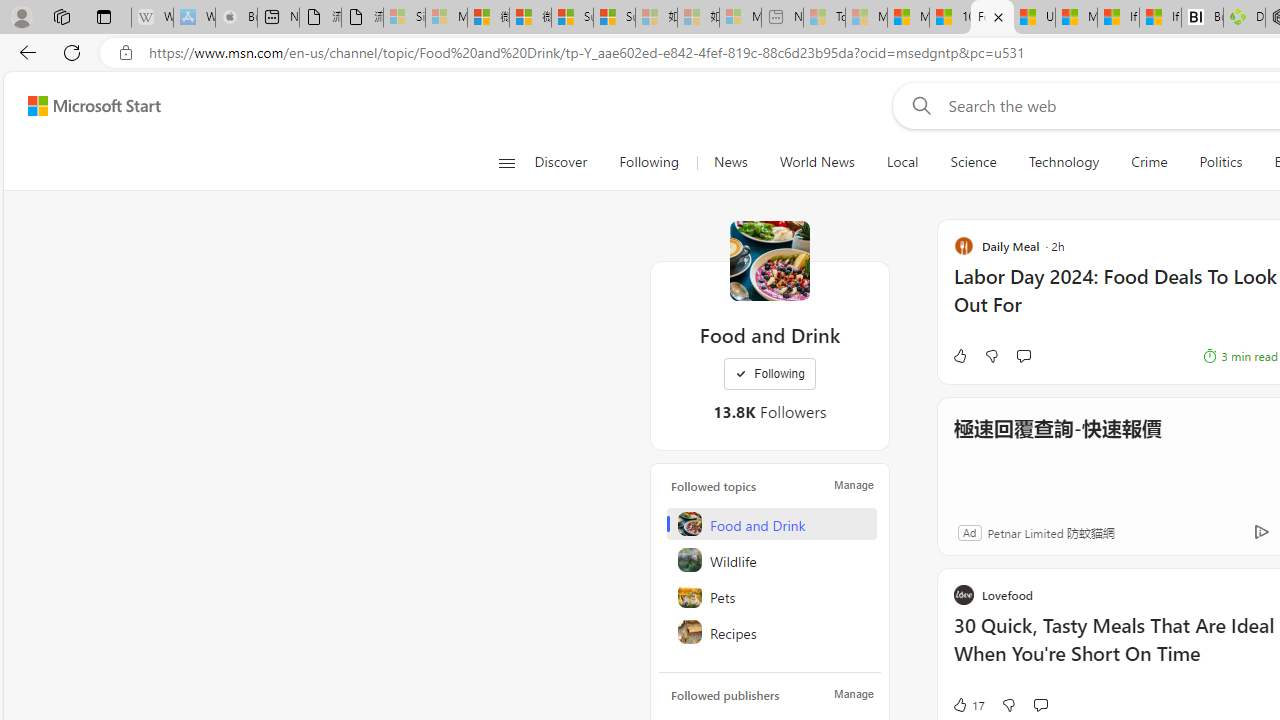  Describe the element at coordinates (968, 703) in the screenshot. I see `'17 Like'` at that location.